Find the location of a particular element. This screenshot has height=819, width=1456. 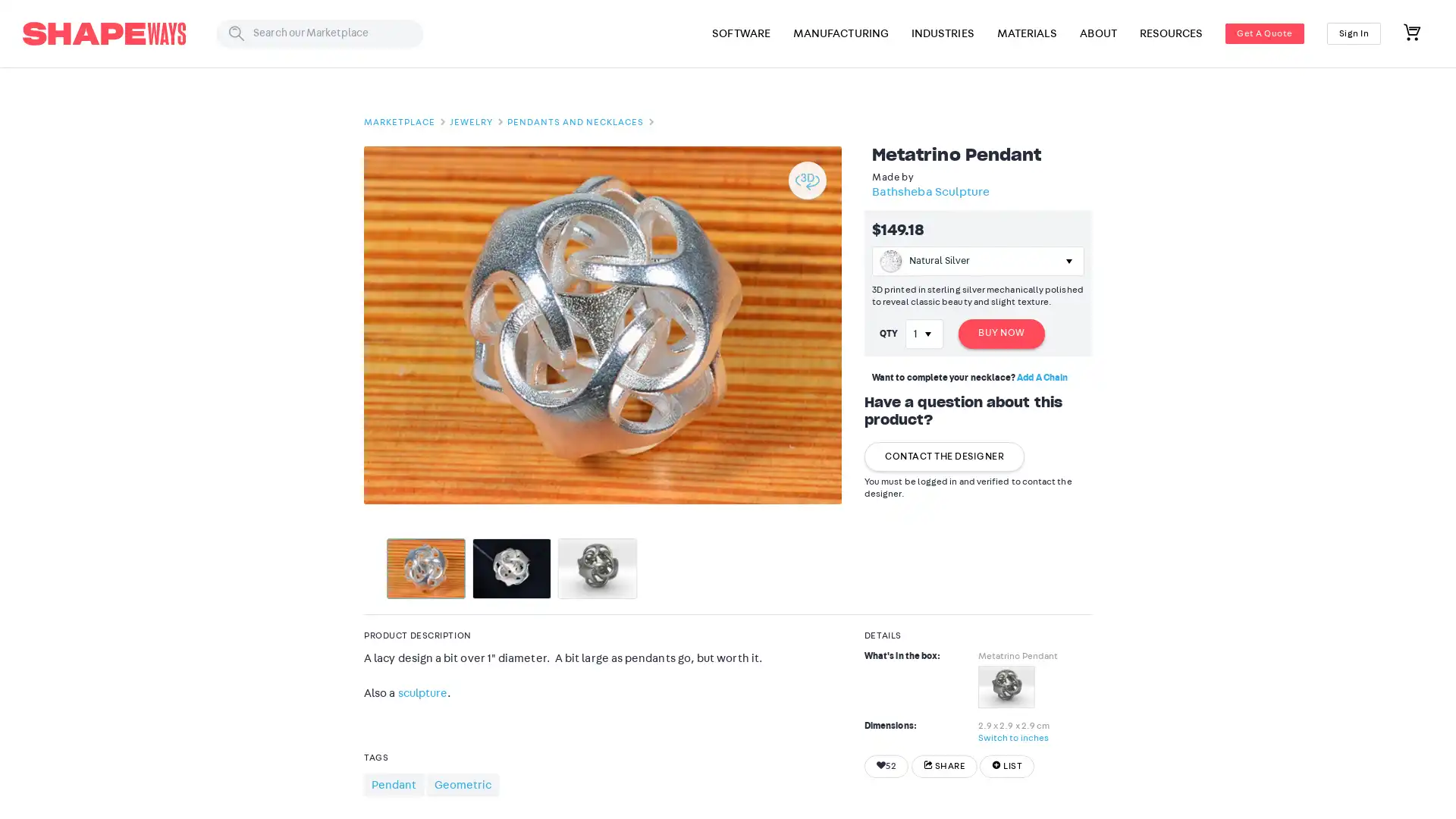

SHARE is located at coordinates (943, 766).